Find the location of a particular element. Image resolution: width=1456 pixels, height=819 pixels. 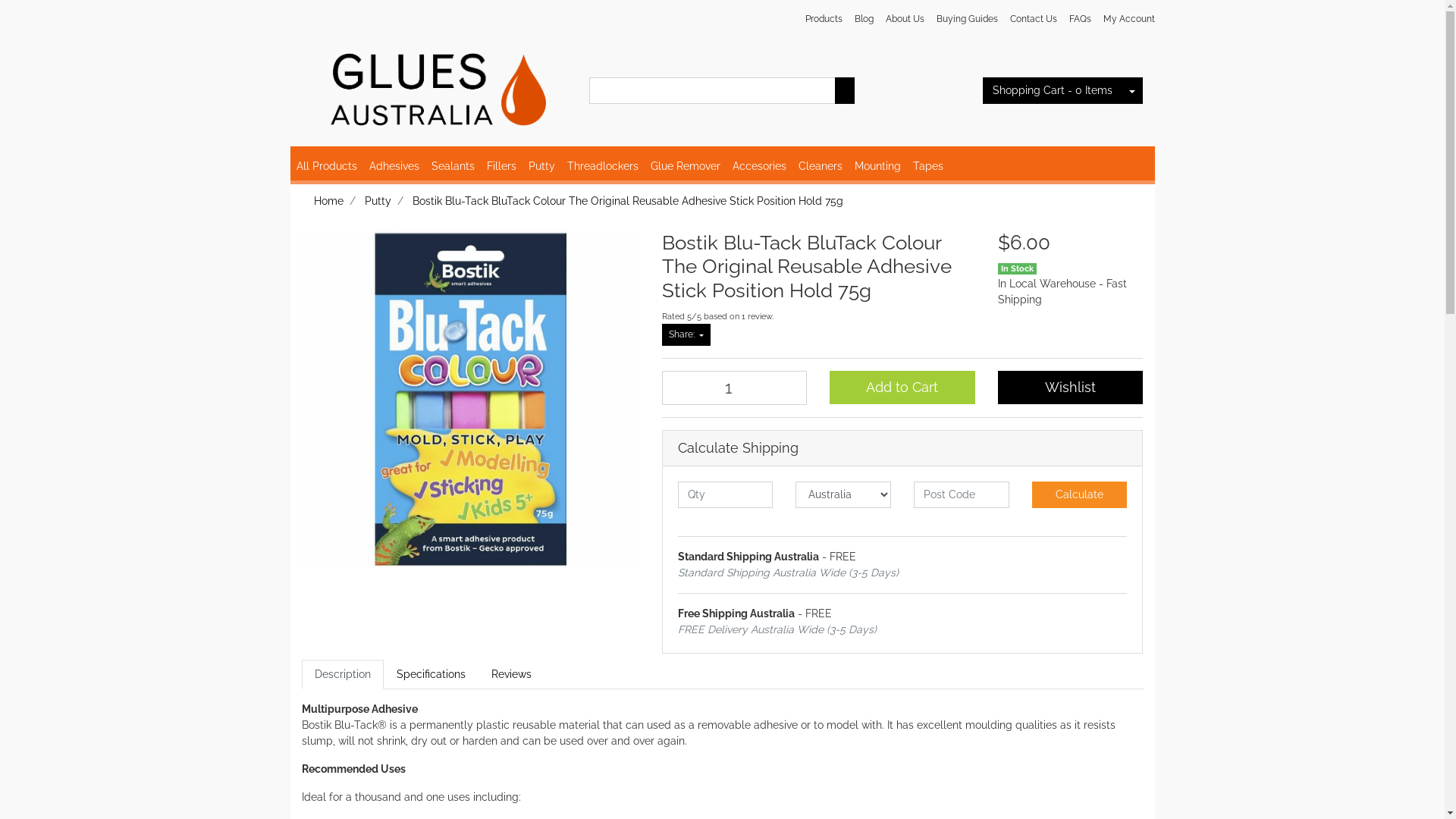

'Tapes' is located at coordinates (927, 166).